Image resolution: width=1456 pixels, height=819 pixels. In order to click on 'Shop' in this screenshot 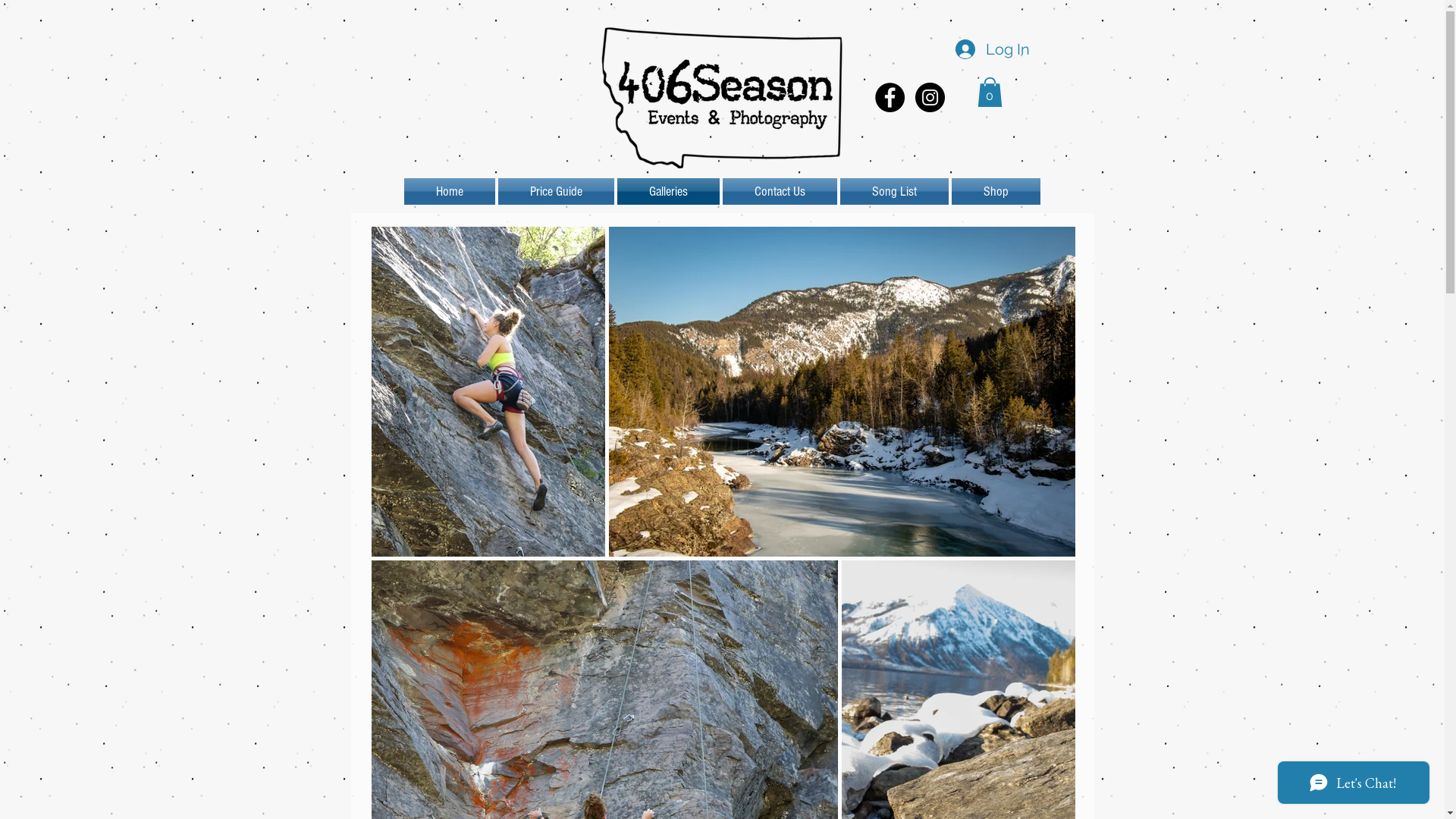, I will do `click(994, 190)`.